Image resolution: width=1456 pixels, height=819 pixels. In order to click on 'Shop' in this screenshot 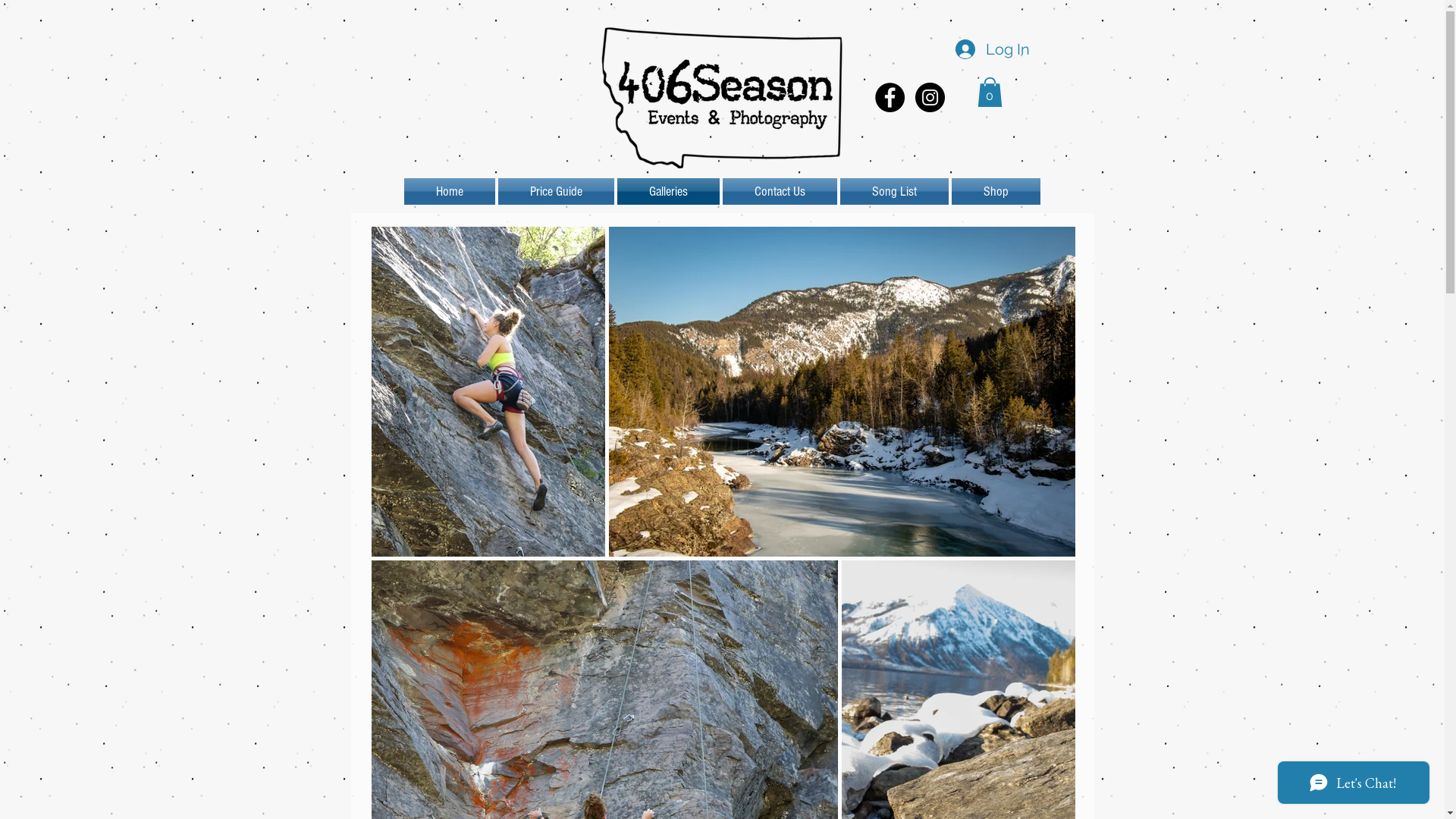, I will do `click(994, 190)`.